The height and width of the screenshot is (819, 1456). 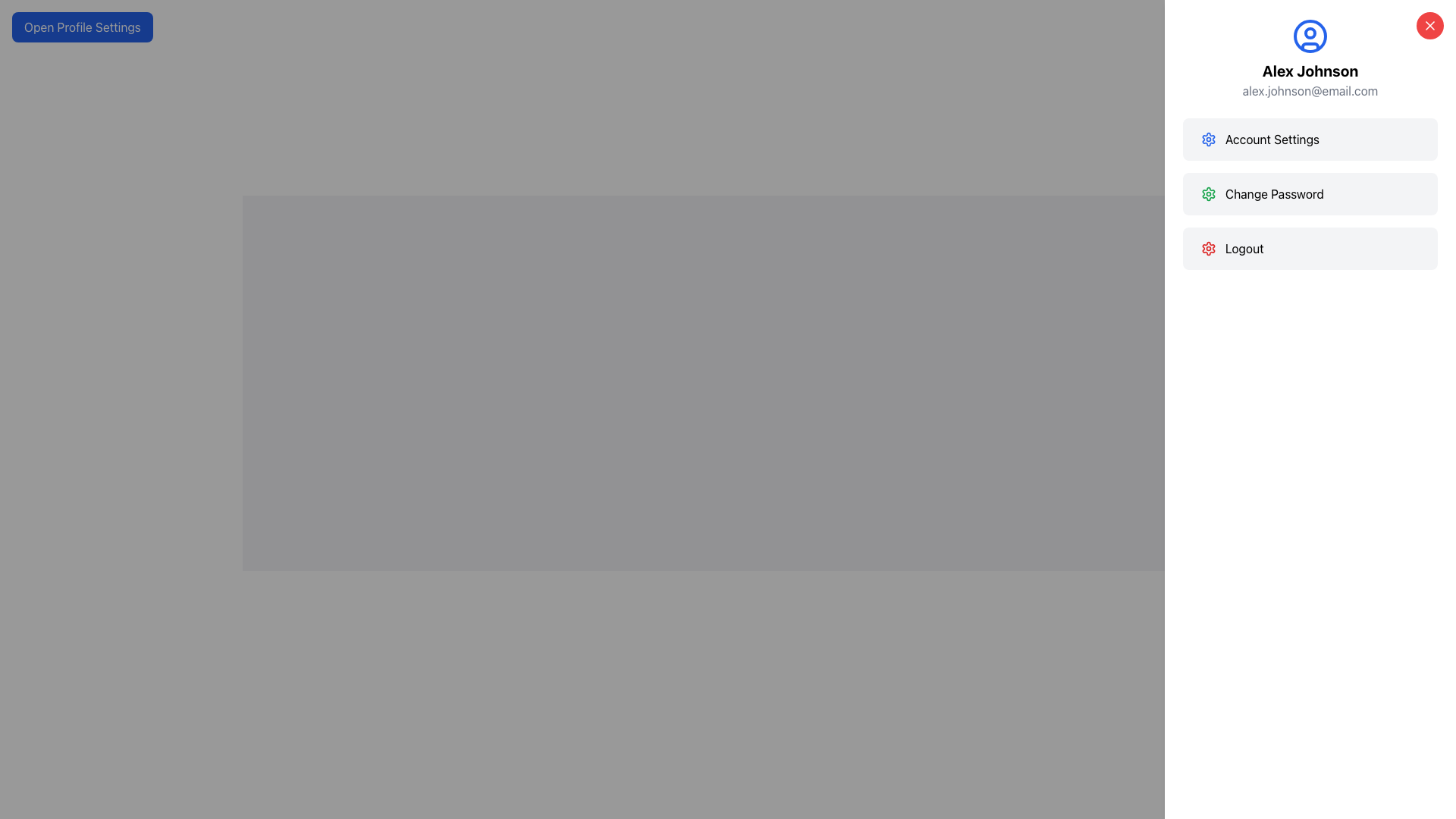 I want to click on the 'Account Settings' icon located on the left side of the 'Account Settings' button, so click(x=1207, y=140).